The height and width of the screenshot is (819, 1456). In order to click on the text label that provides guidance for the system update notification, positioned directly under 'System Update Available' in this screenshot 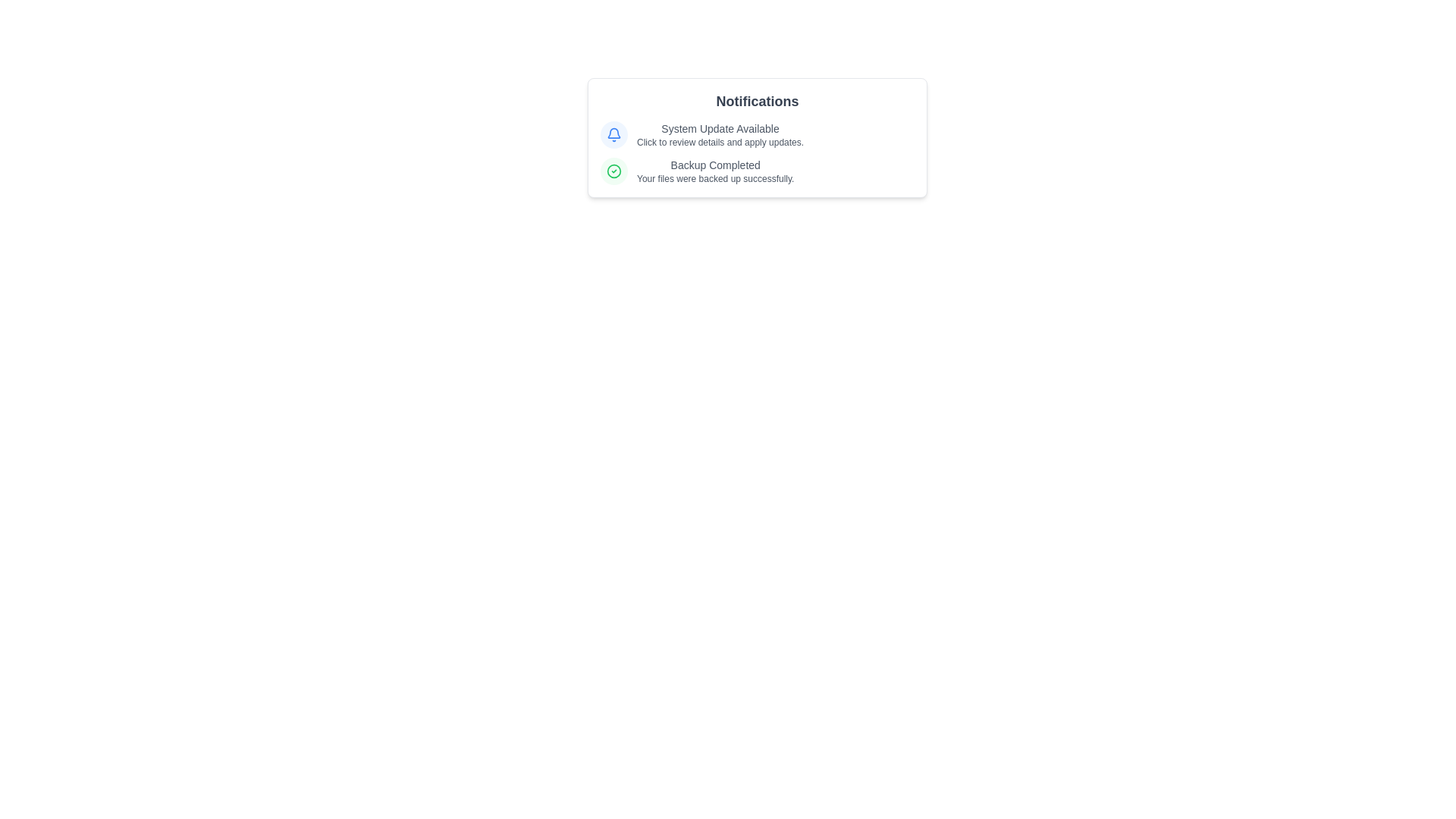, I will do `click(720, 143)`.